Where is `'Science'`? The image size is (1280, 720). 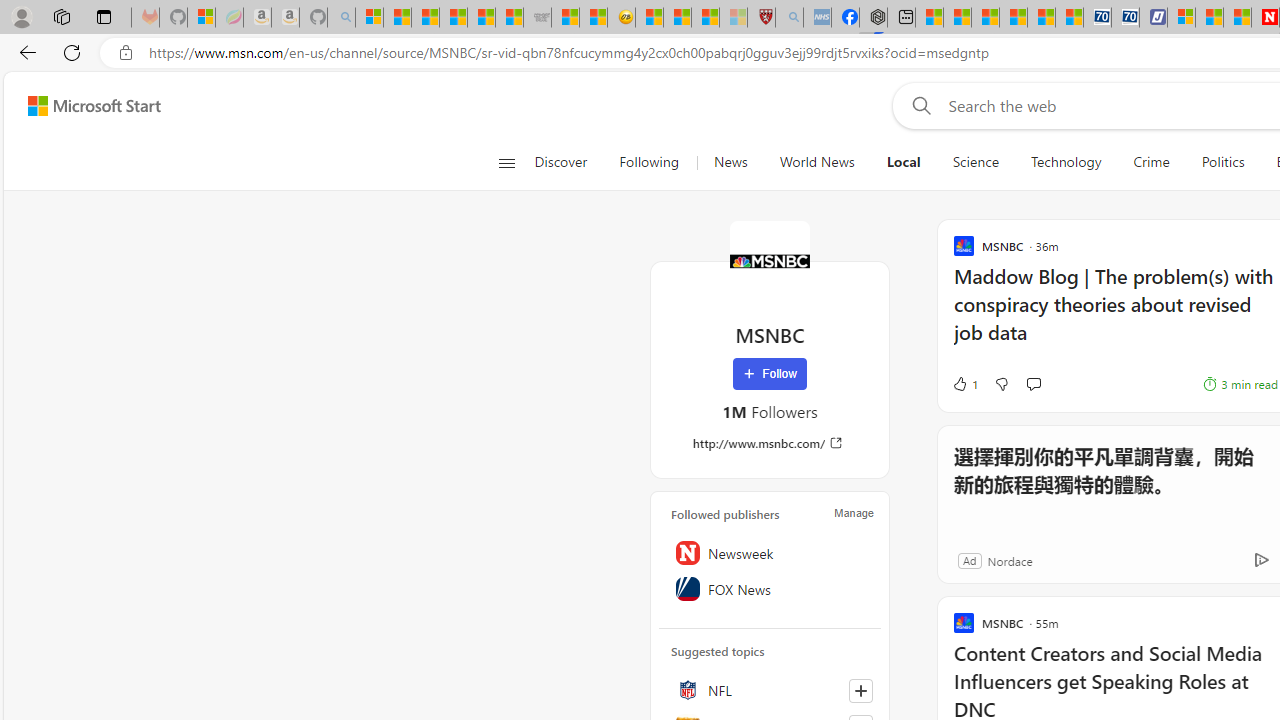 'Science' is located at coordinates (975, 162).